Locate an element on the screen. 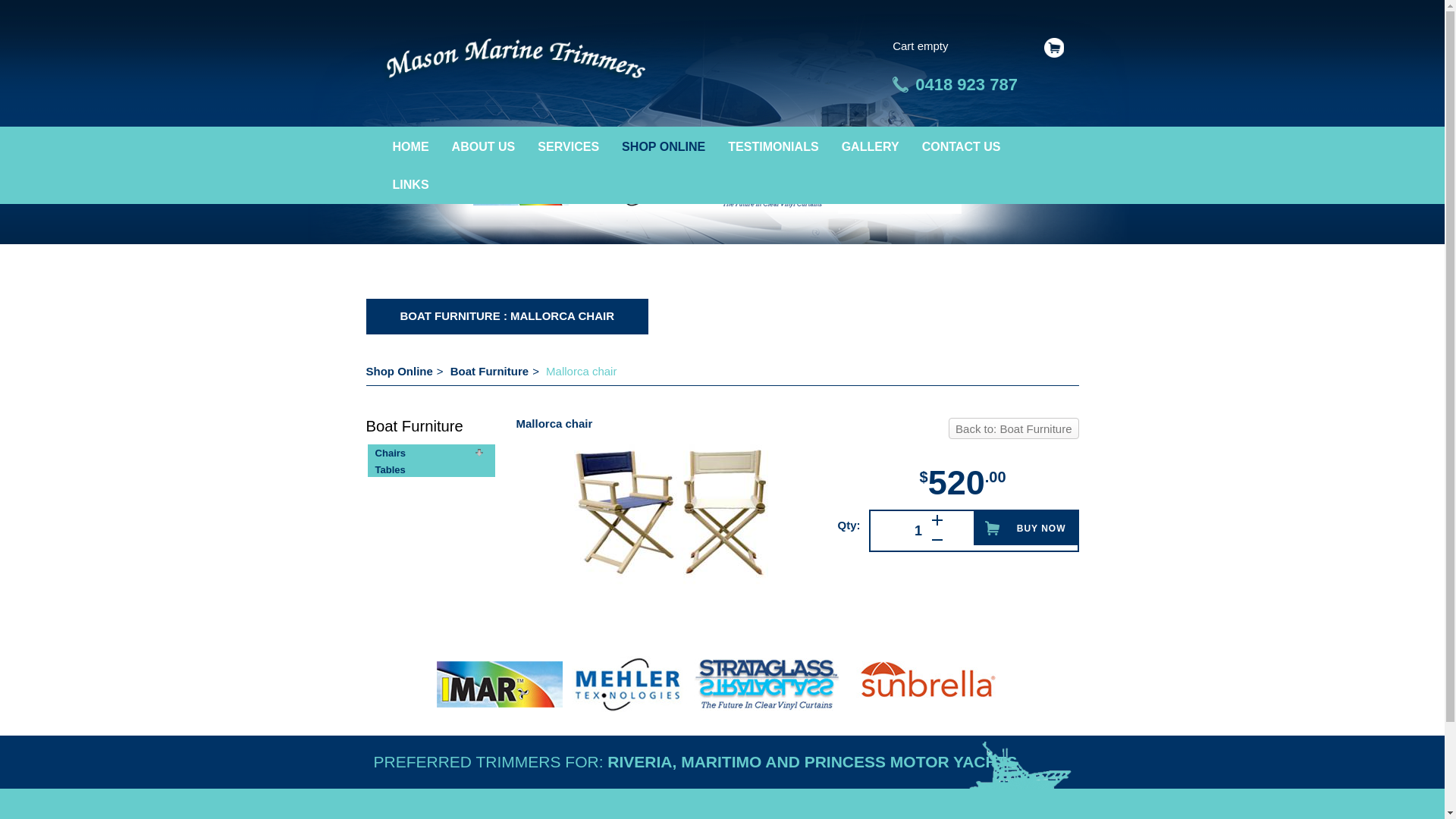 The image size is (1456, 819). 'Shop Online' is located at coordinates (399, 371).